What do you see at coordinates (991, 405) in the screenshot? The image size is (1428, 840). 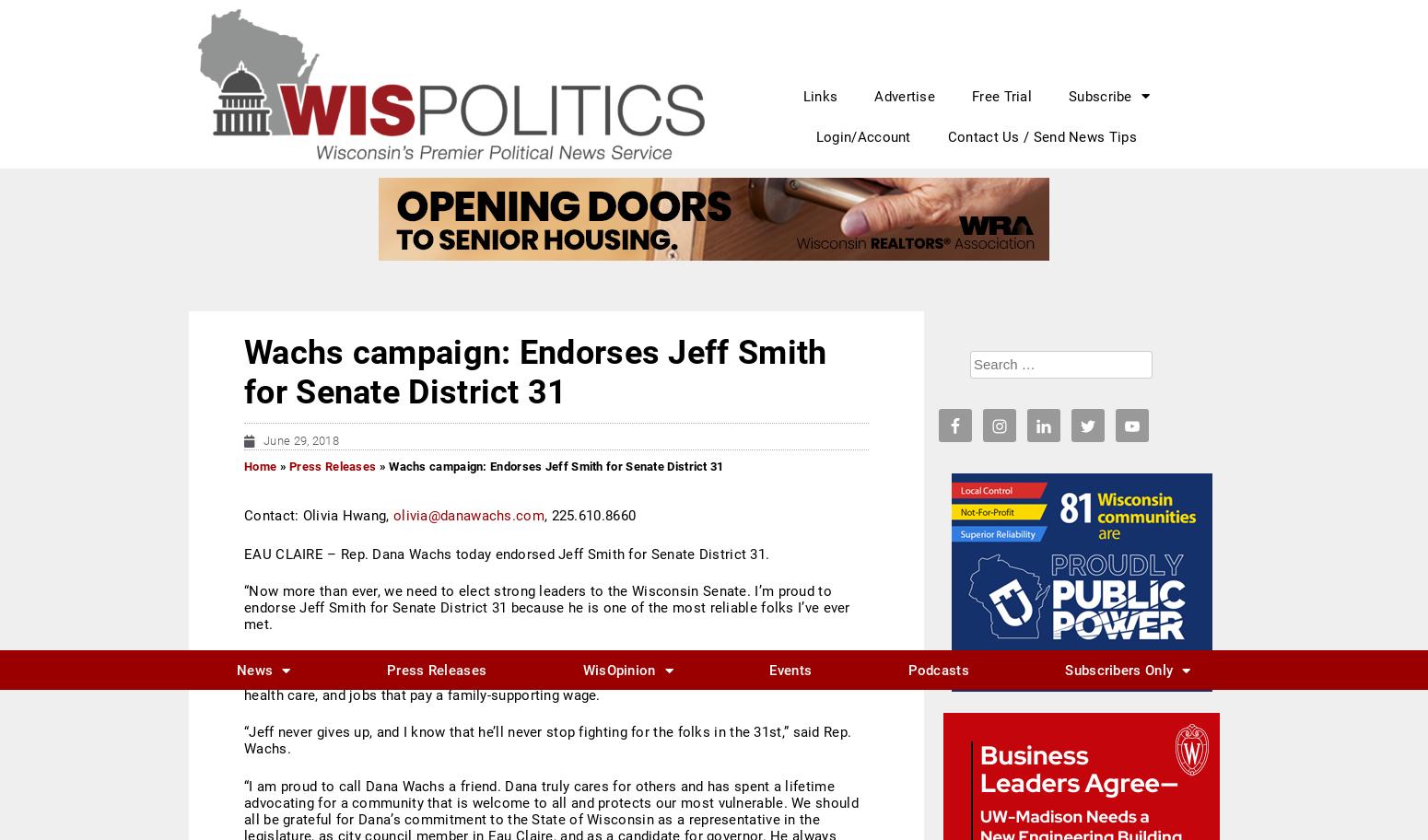 I see `'WisPolitics DC breakfast with Chuck Todd on Wisconsin and the 2024 election'` at bounding box center [991, 405].